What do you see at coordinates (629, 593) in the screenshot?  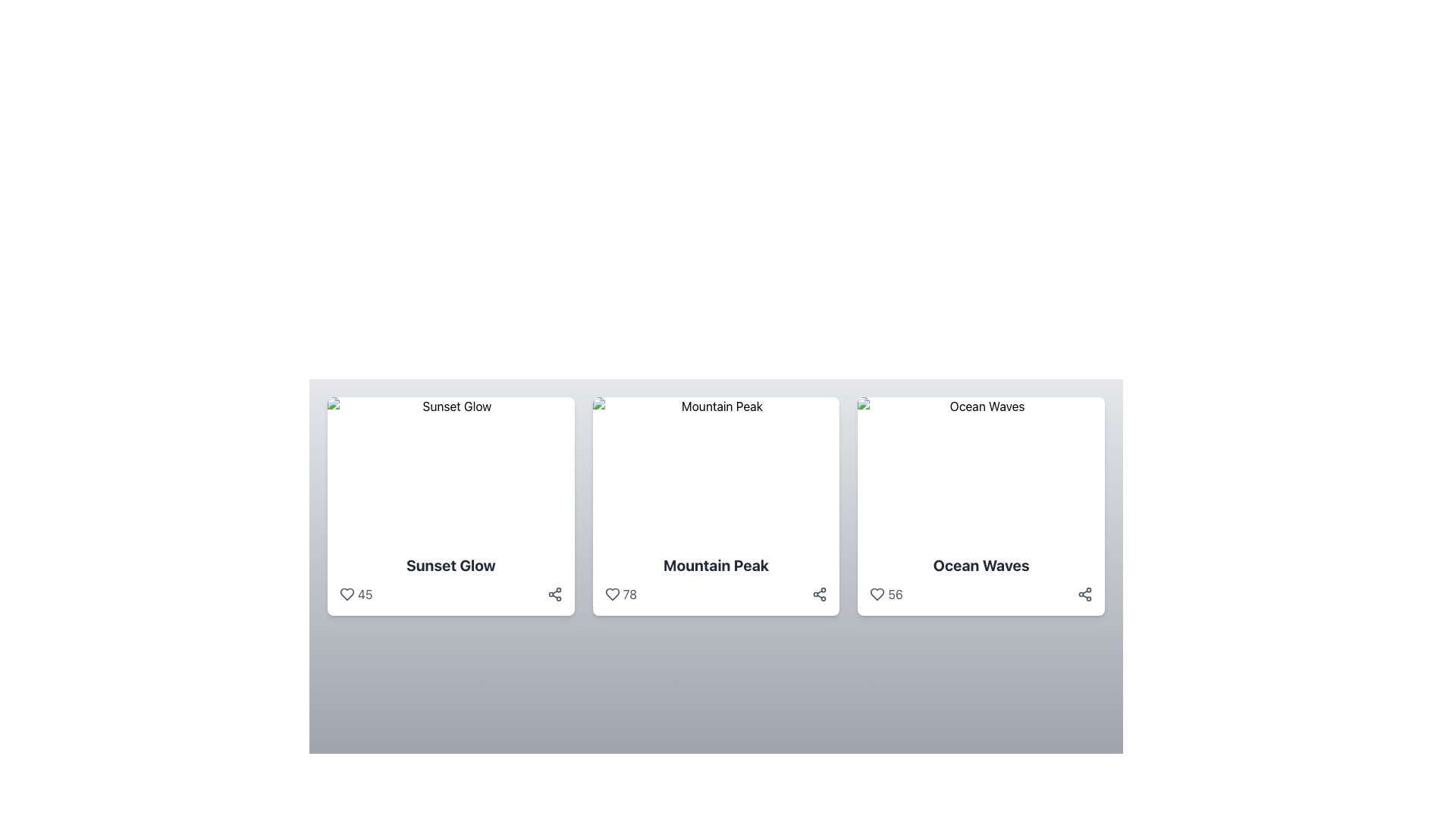 I see `the text label displaying the number '78' in dark gray color, located in the bottom-left corner of the 'Mountain Peak' card, adjacent to a heart icon` at bounding box center [629, 593].